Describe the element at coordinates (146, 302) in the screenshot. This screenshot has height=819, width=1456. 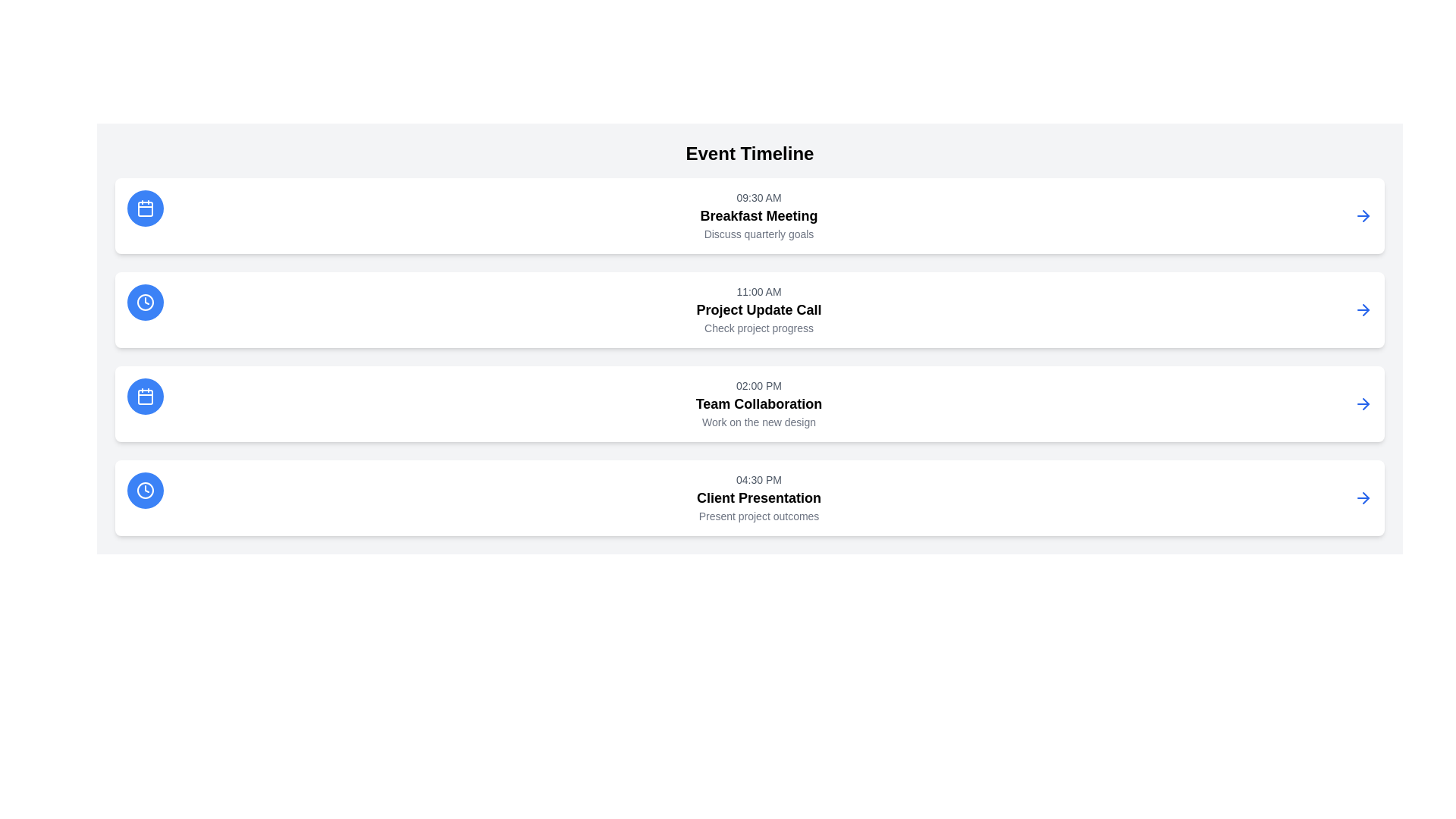
I see `the circular blue icon with a white clock glyph, which indicates the '11:00 AM Project Update Call' on the event timeline` at that location.